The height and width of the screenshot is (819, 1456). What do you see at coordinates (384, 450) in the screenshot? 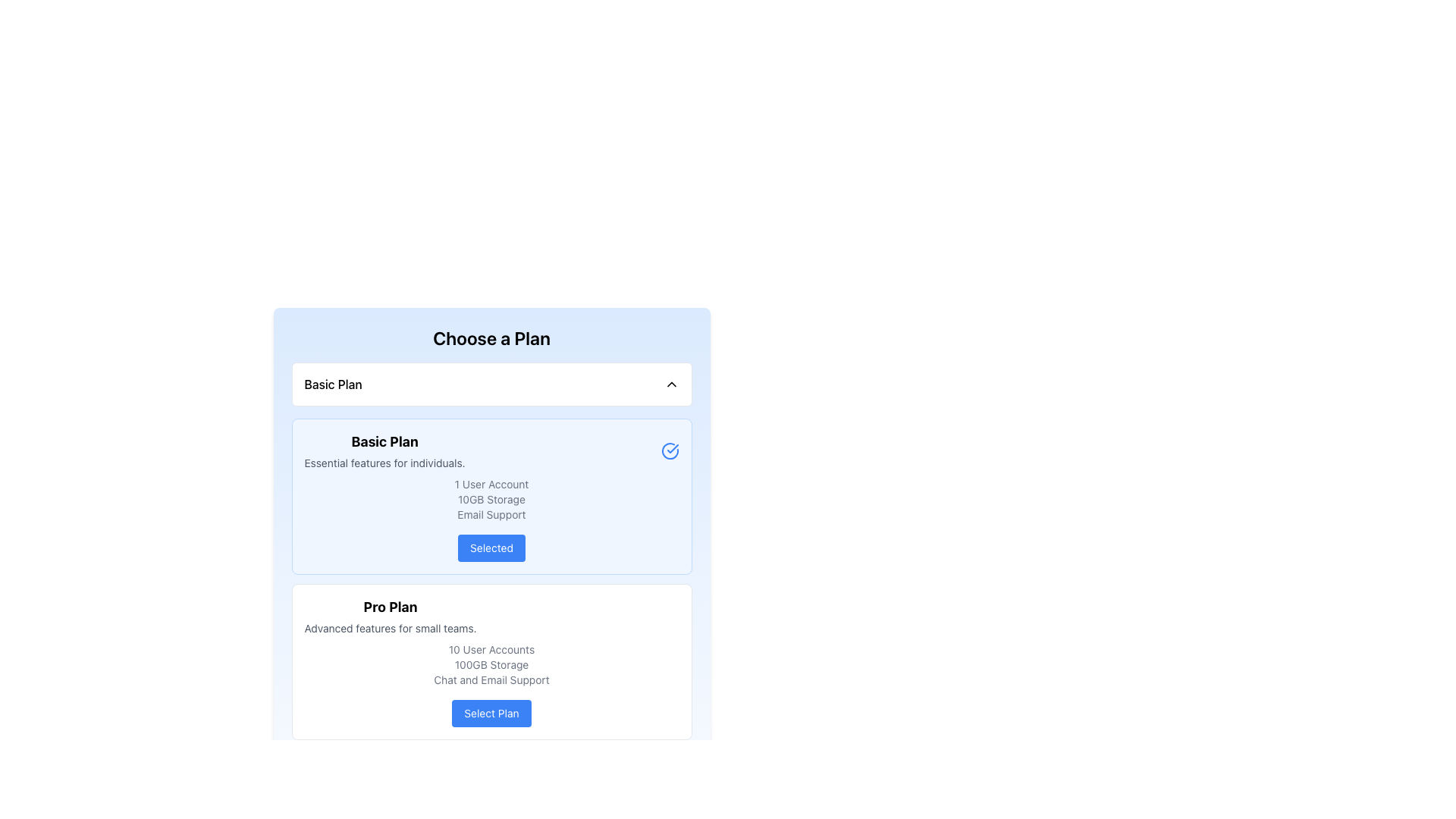
I see `the text label displaying 'Basic Plan' with a description 'Essential features for individuals.' which is centrally aligned in a light blue background within the 'Choose a Plan' page` at bounding box center [384, 450].